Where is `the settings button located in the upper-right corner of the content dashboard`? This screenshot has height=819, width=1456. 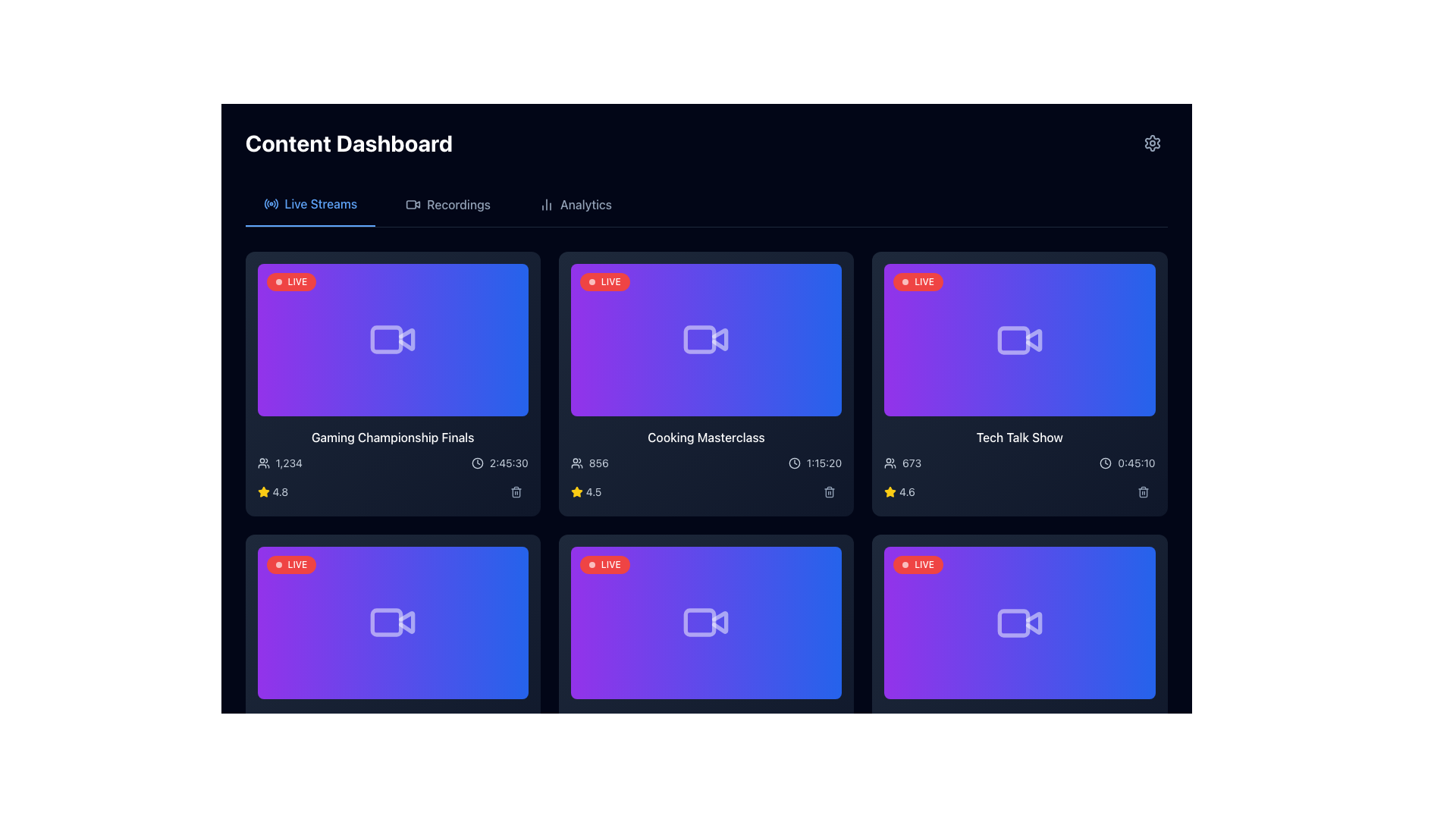
the settings button located in the upper-right corner of the content dashboard is located at coordinates (1152, 143).